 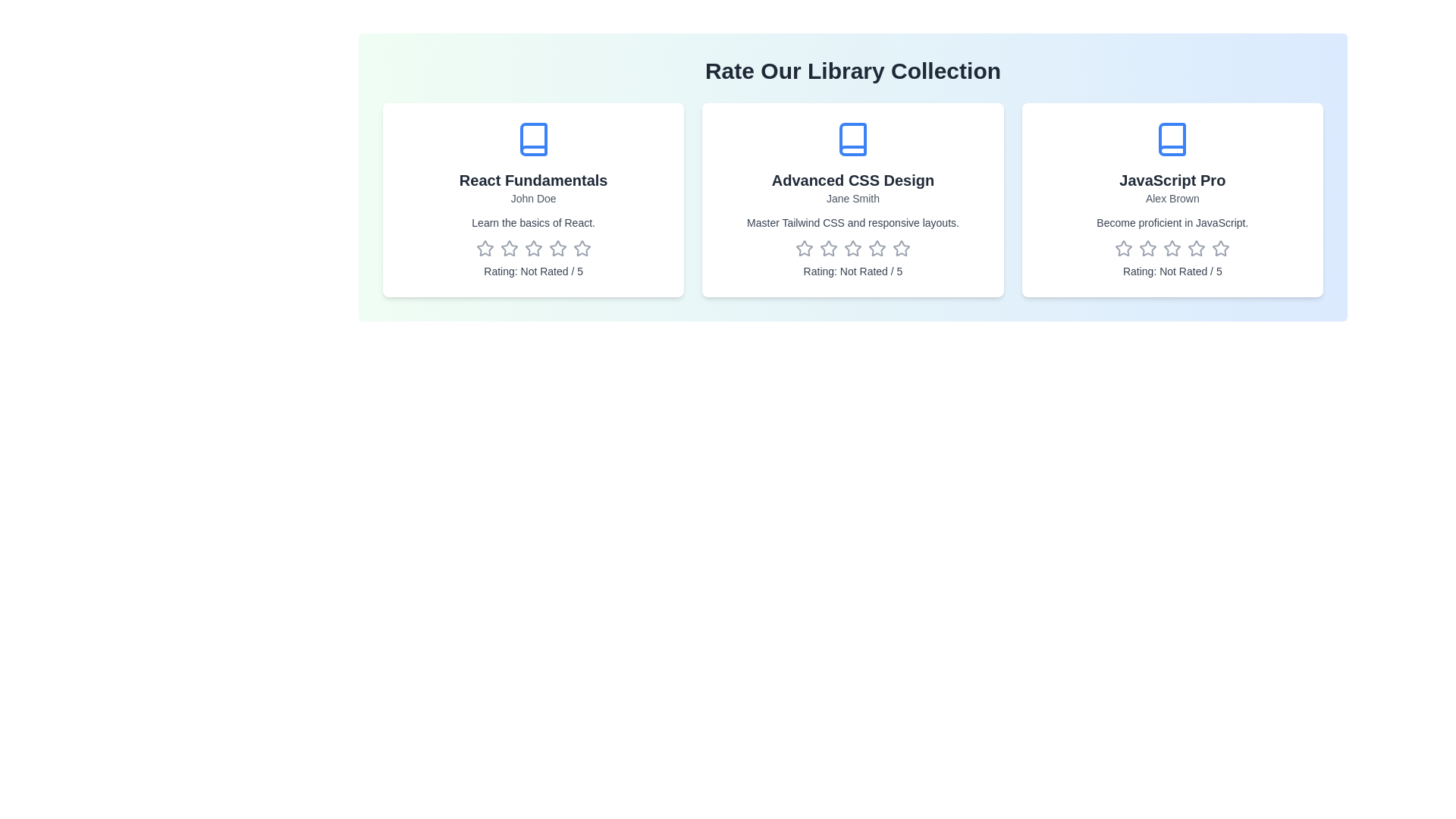 What do you see at coordinates (532, 199) in the screenshot?
I see `the book card for React Fundamentals to see the animation` at bounding box center [532, 199].